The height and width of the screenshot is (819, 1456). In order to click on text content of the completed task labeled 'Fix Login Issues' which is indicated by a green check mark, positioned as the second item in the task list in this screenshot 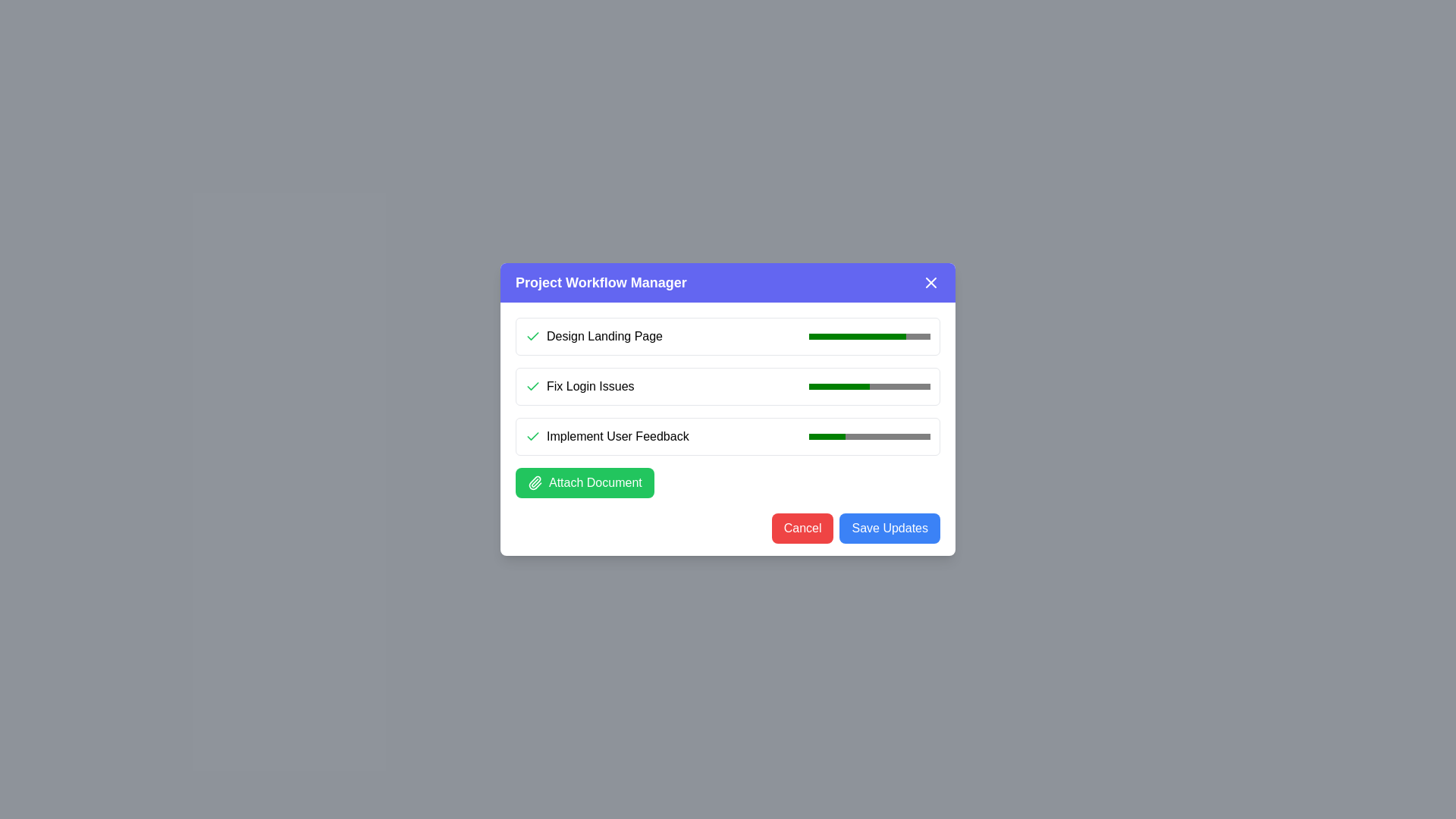, I will do `click(579, 385)`.